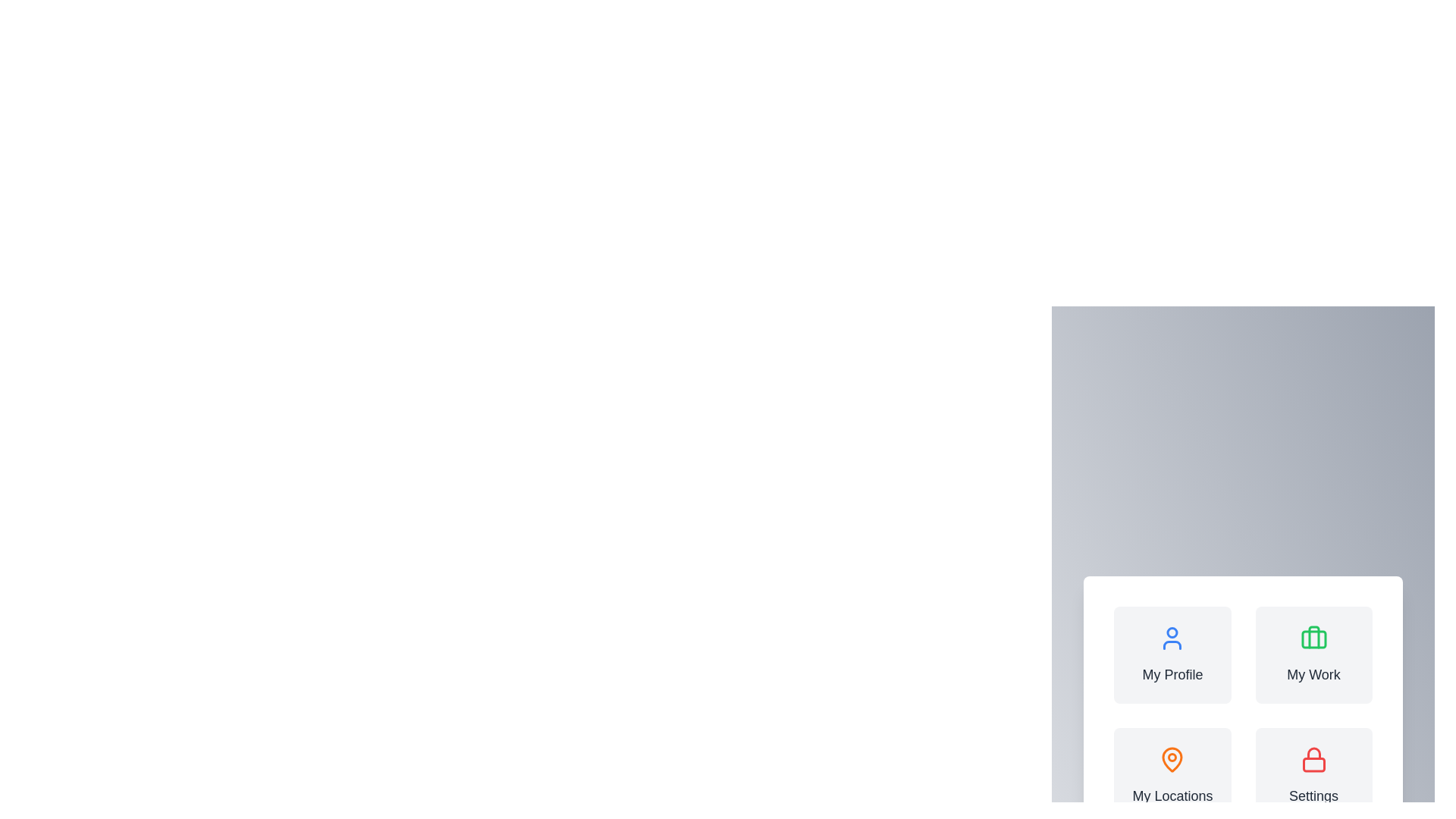  What do you see at coordinates (1313, 637) in the screenshot?
I see `the vertical line within the green suitcase icon located in the 'My Work' option in the top-right of the interface` at bounding box center [1313, 637].